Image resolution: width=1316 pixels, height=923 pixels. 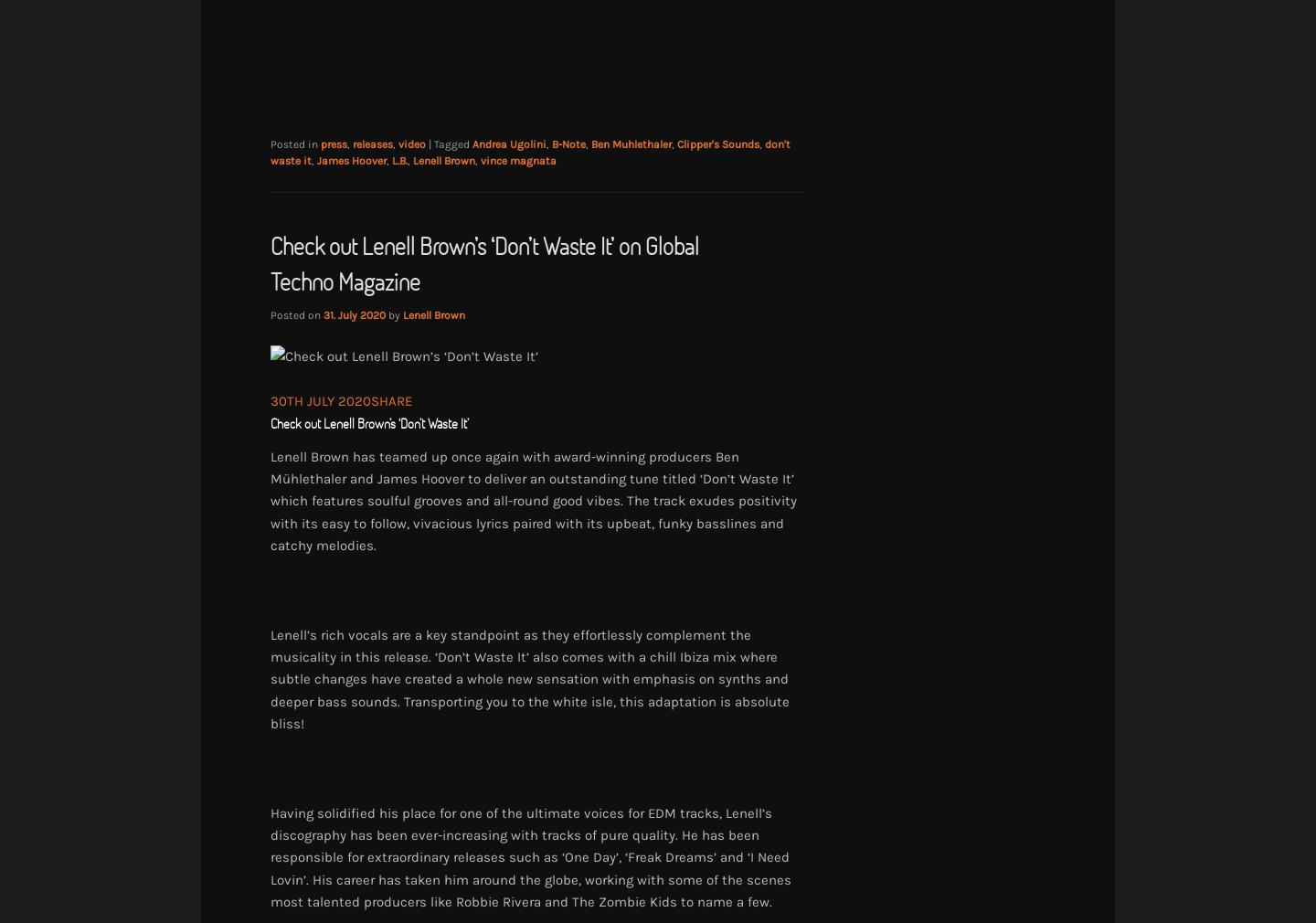 I want to click on '31. July 2020', so click(x=353, y=314).